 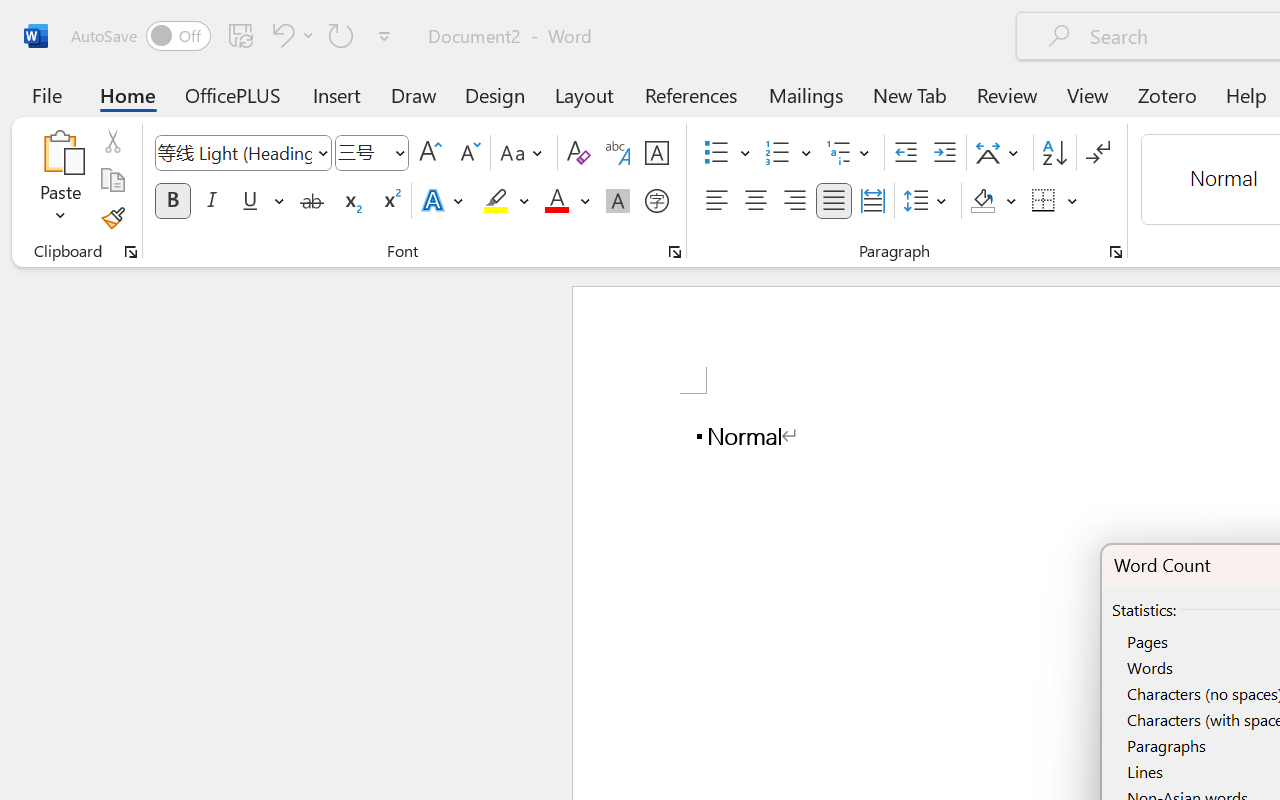 I want to click on 'Paragraph...', so click(x=1114, y=251).